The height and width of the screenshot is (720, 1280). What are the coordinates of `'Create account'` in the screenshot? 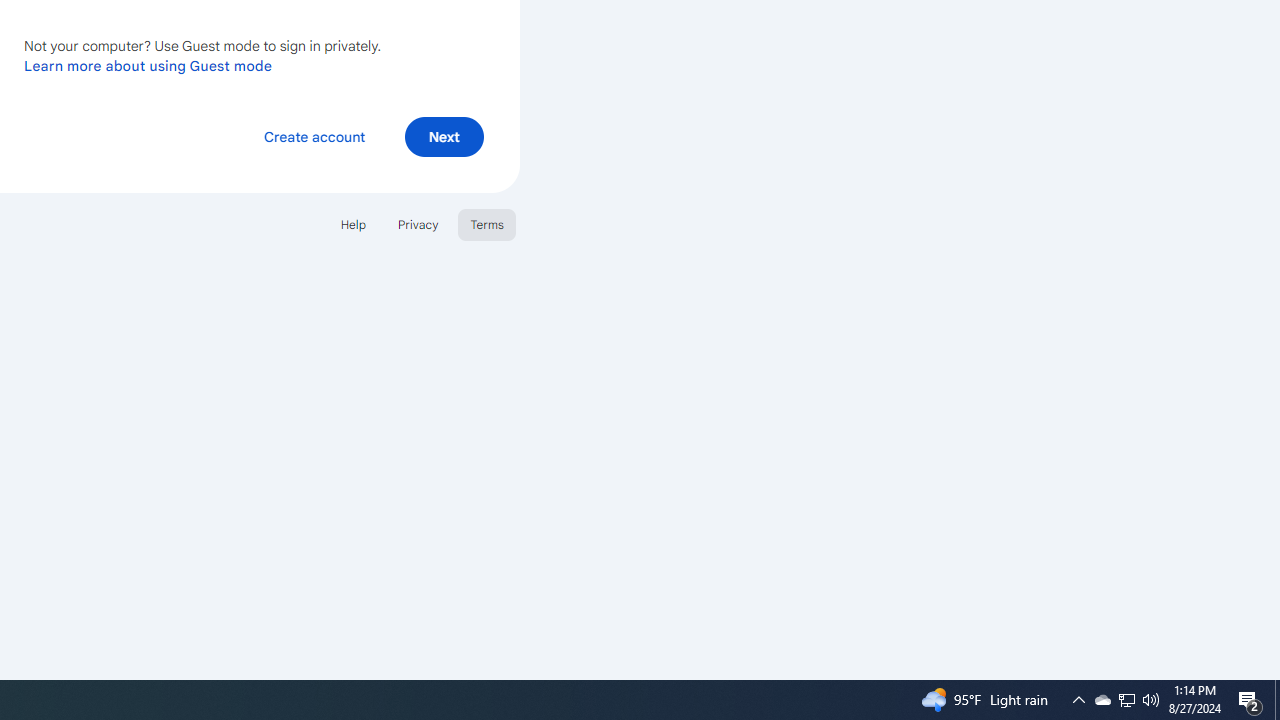 It's located at (313, 135).